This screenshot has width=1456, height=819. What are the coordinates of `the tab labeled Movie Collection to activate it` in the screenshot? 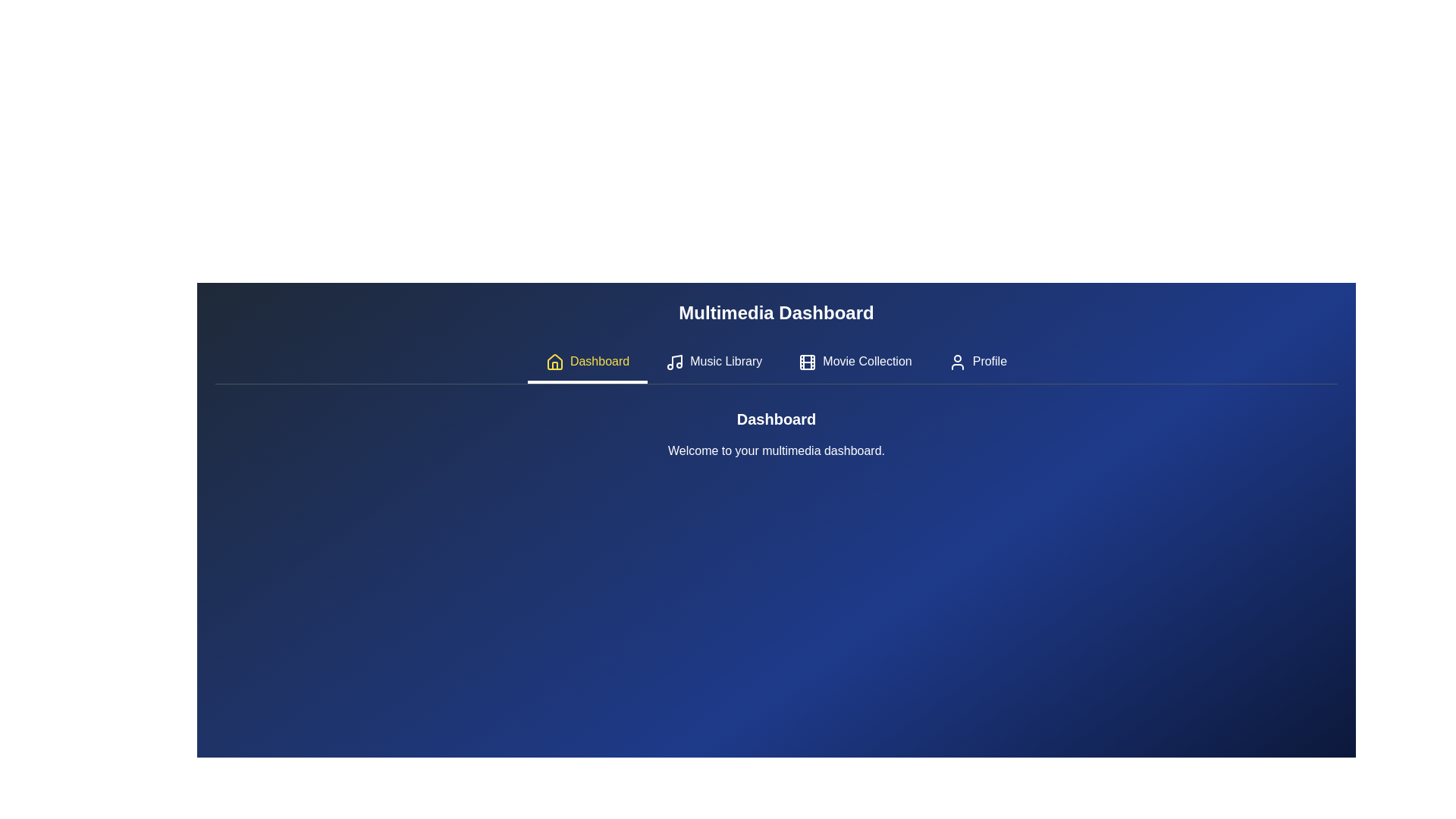 It's located at (855, 362).